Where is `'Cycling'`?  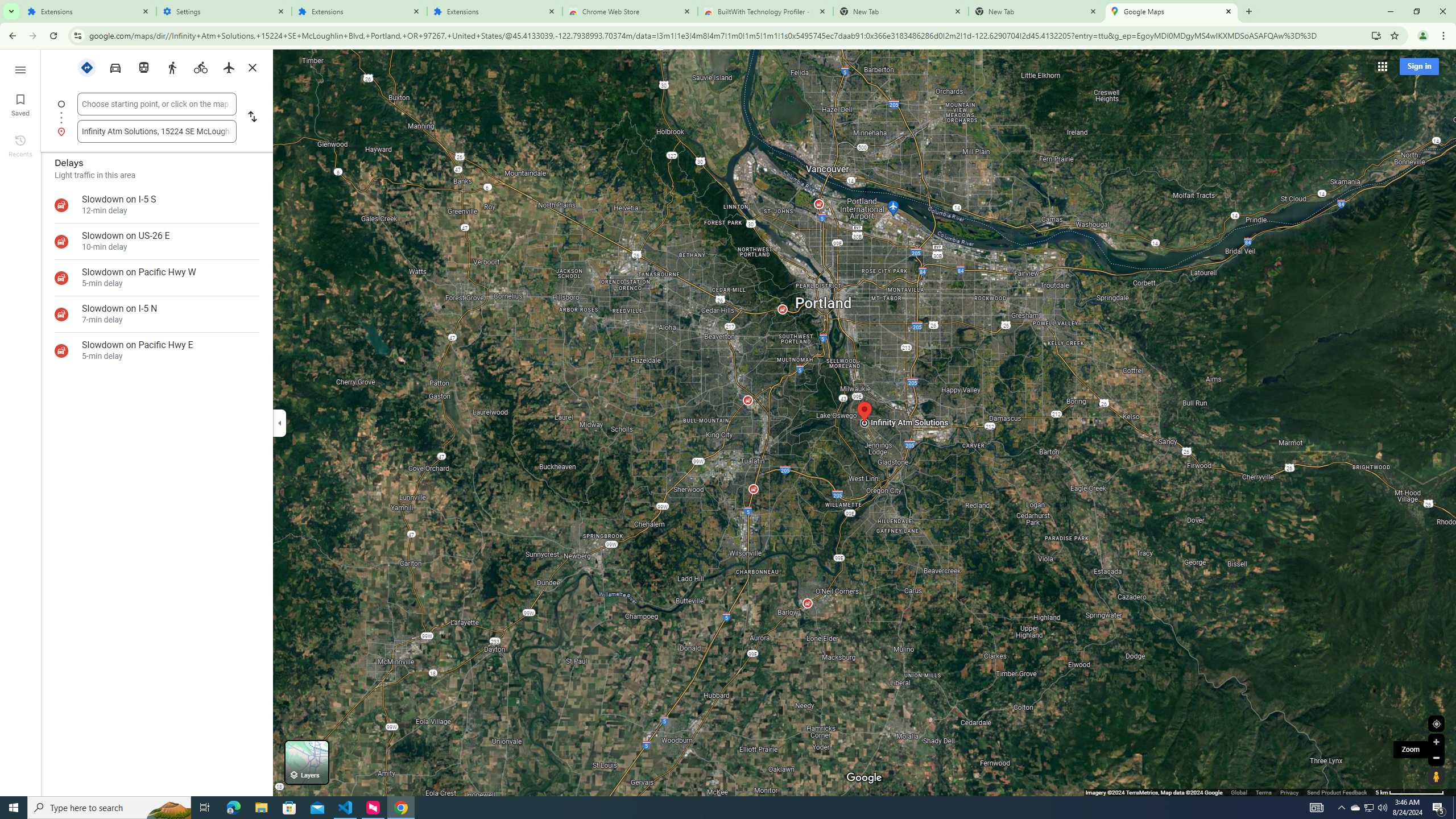 'Cycling' is located at coordinates (200, 66).